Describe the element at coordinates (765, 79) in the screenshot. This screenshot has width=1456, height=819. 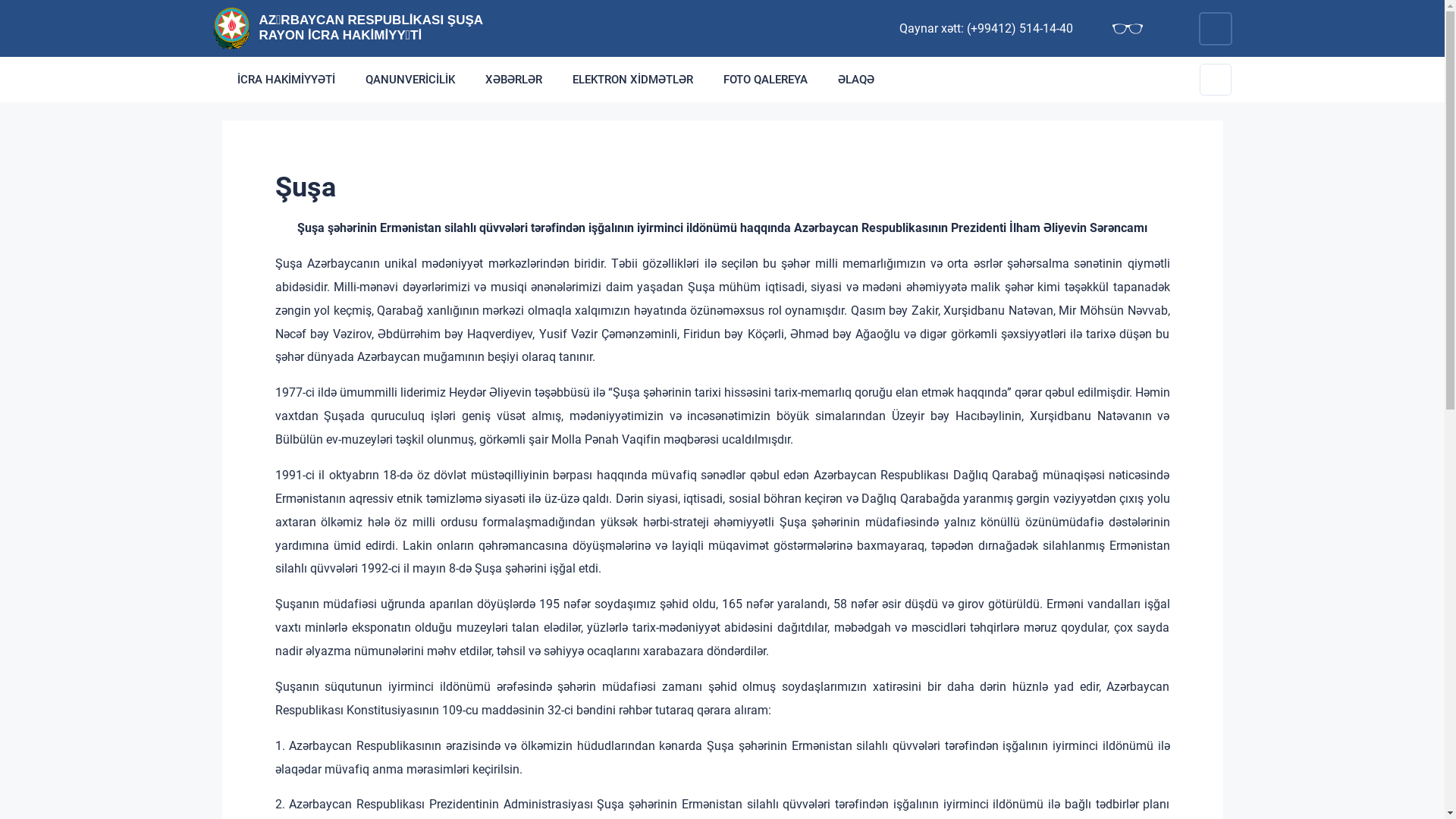
I see `'FOTO QALEREYA'` at that location.